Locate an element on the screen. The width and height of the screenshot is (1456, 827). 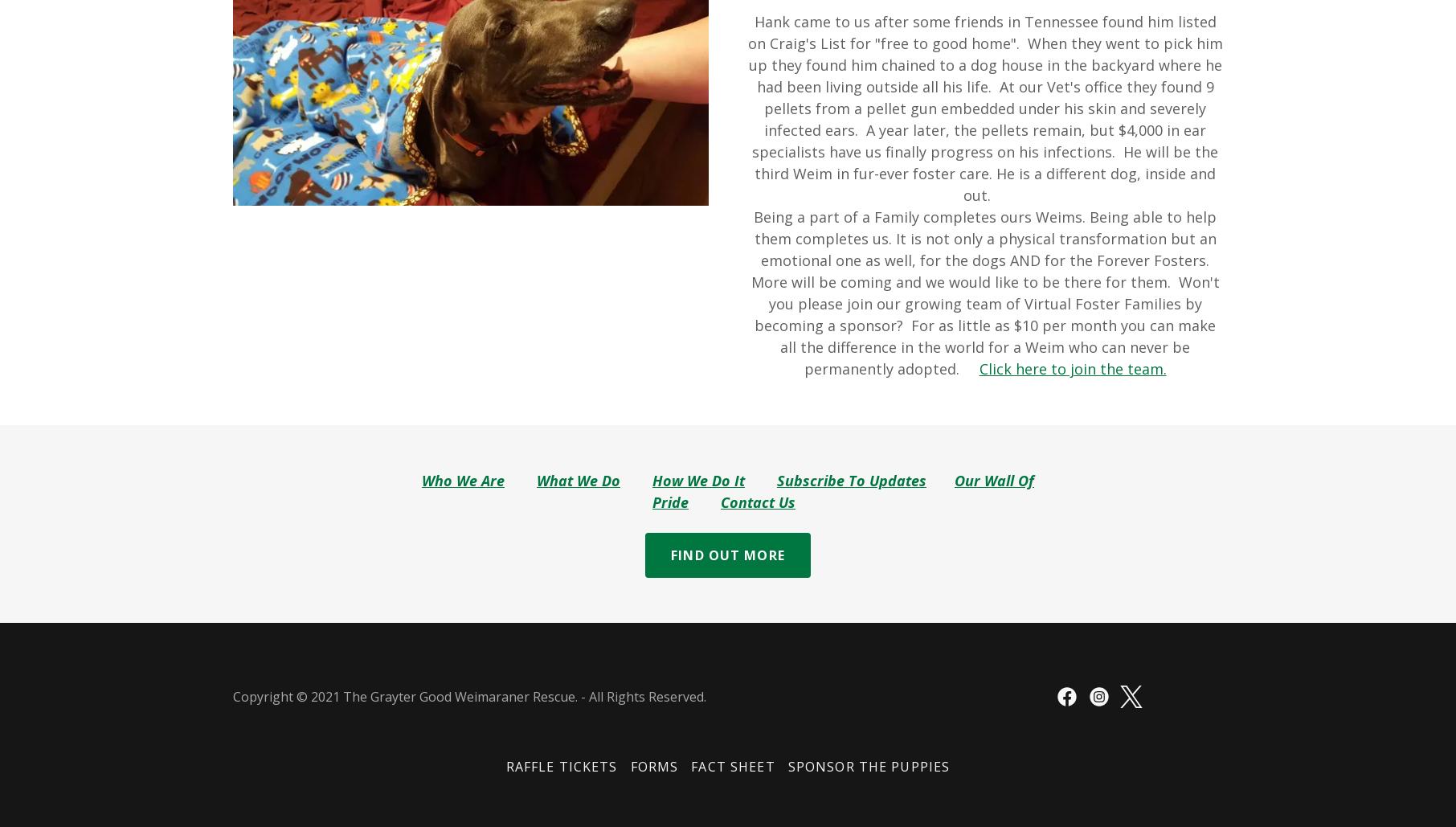
'Our Wall Of Pride' is located at coordinates (841, 491).